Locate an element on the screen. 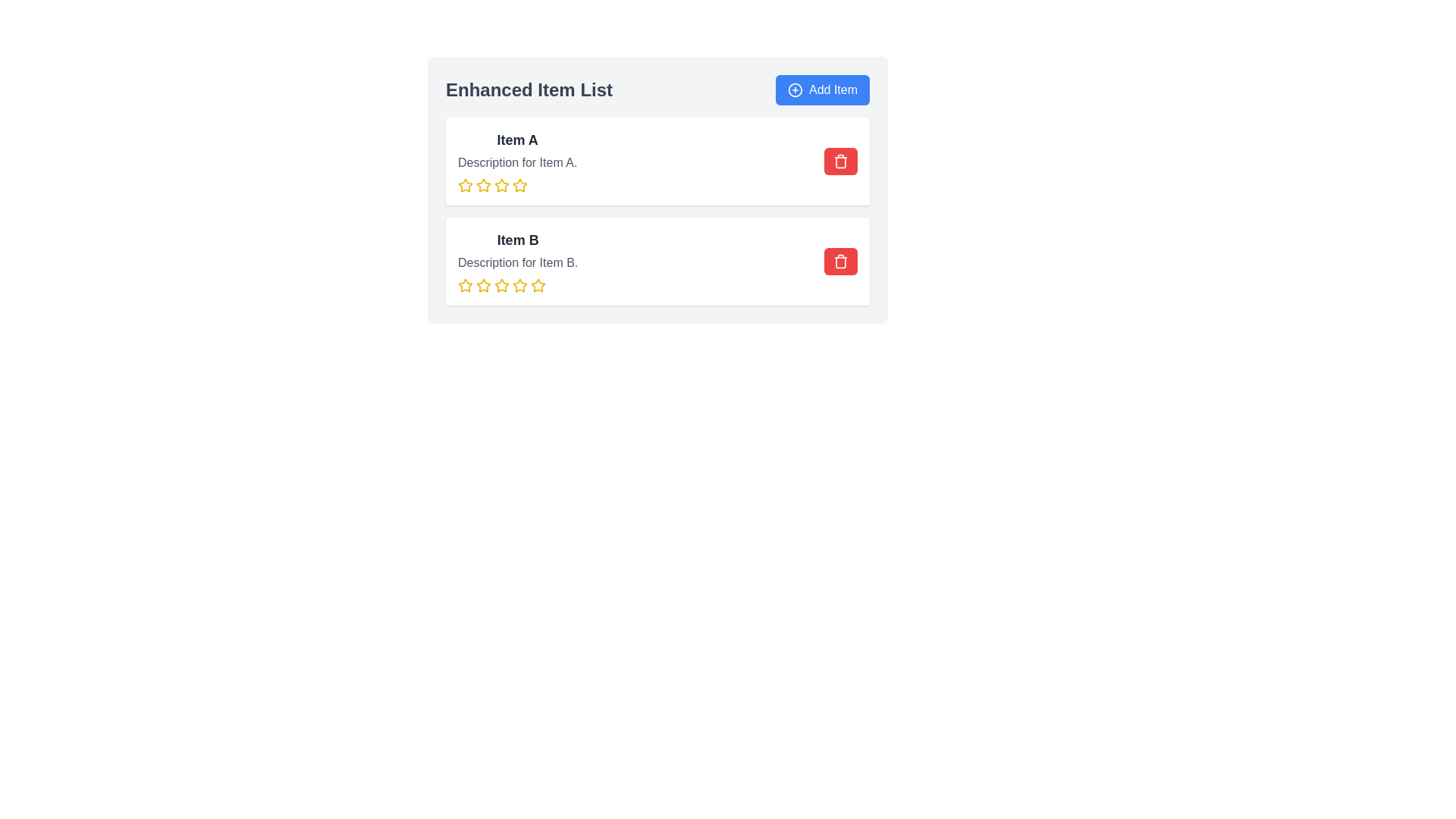  the first star-shaped Rating icon, which is outlined in yellow and is part of a rating system, positioned underneath the text description for Item B is located at coordinates (465, 285).